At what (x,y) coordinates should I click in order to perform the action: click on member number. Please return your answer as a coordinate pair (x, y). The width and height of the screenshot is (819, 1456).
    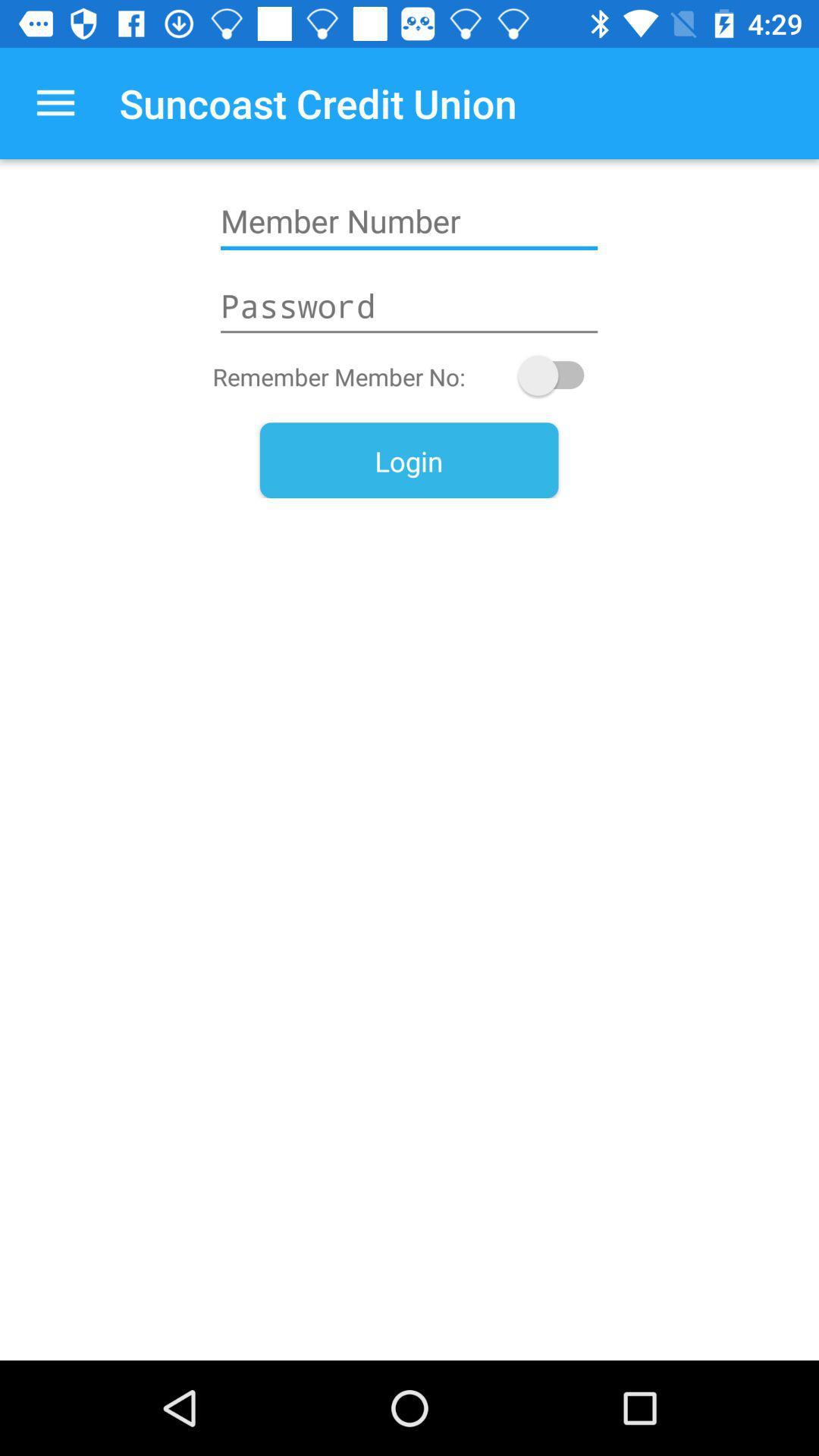
    Looking at the image, I should click on (408, 221).